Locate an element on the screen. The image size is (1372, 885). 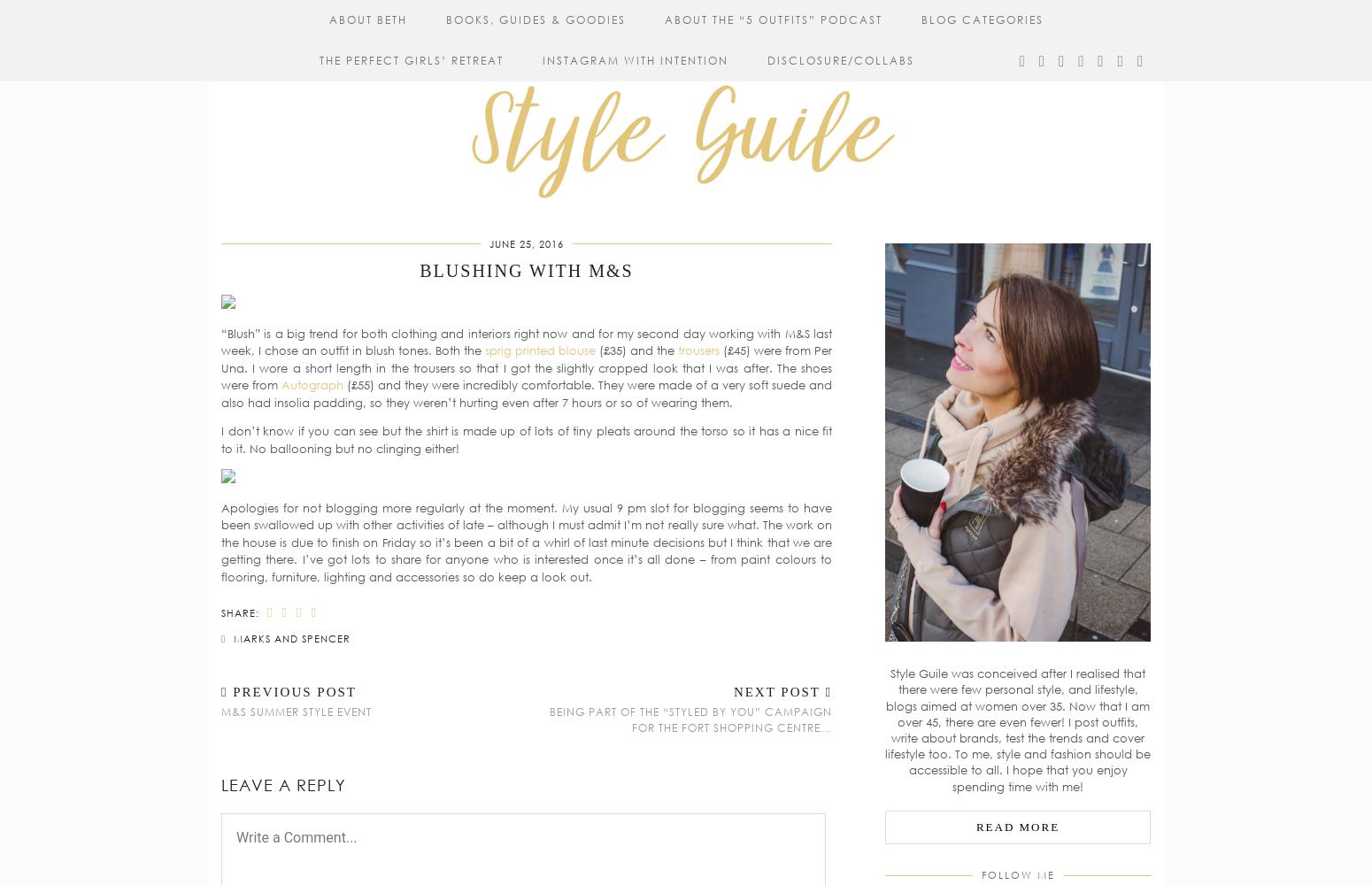
'Previous Post' is located at coordinates (290, 692).